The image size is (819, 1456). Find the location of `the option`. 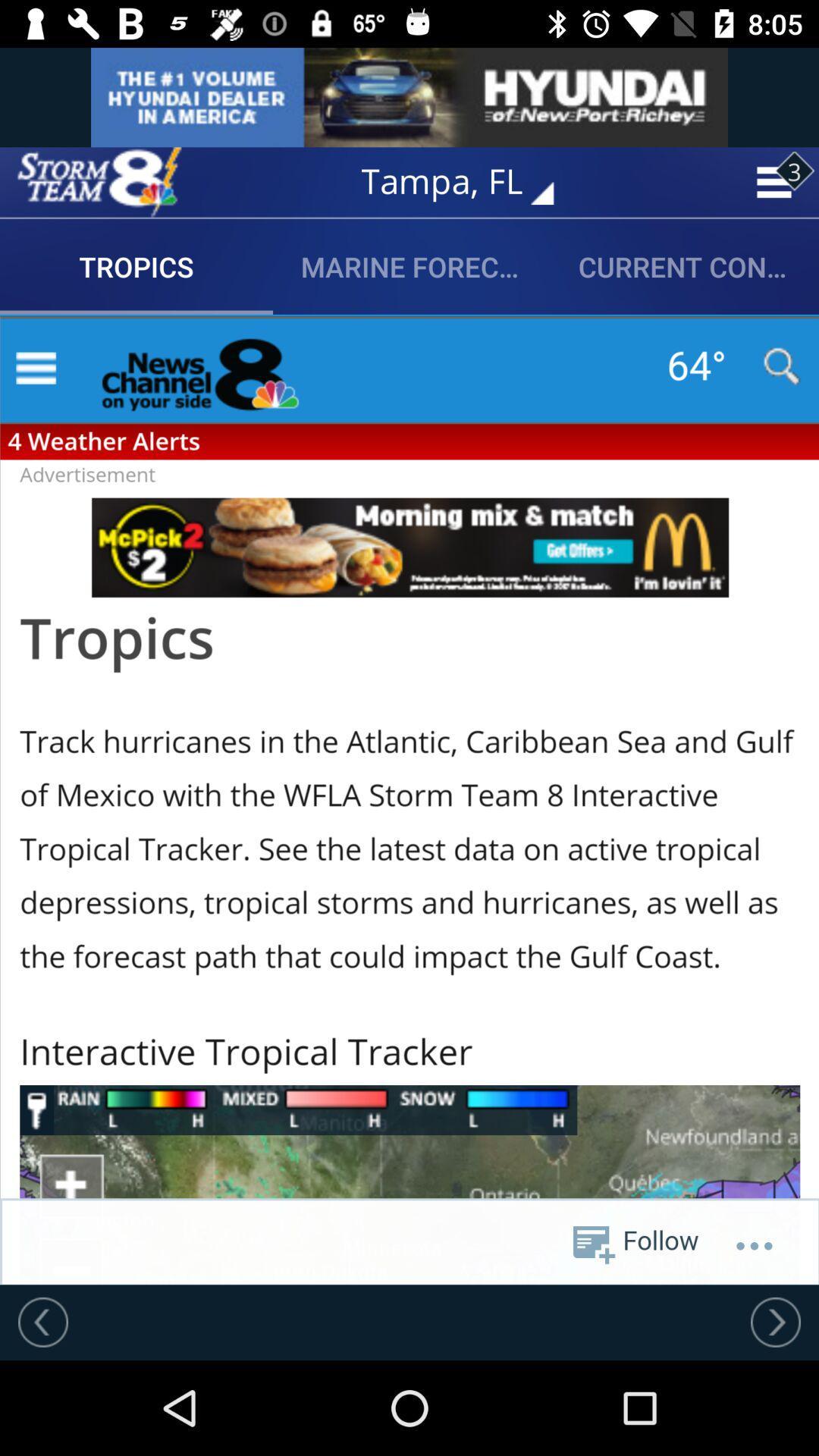

the option is located at coordinates (99, 182).